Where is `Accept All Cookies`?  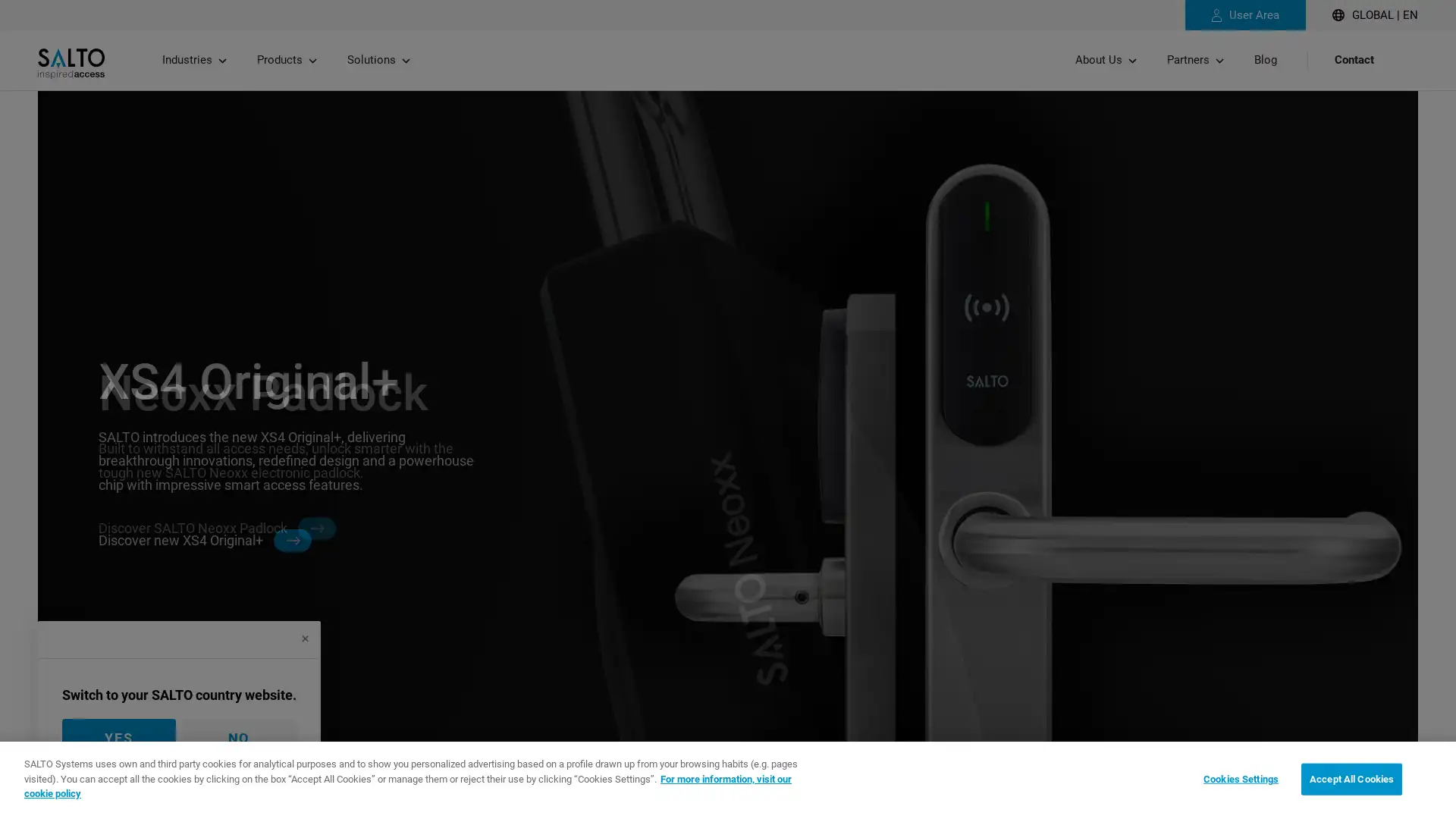
Accept All Cookies is located at coordinates (1351, 778).